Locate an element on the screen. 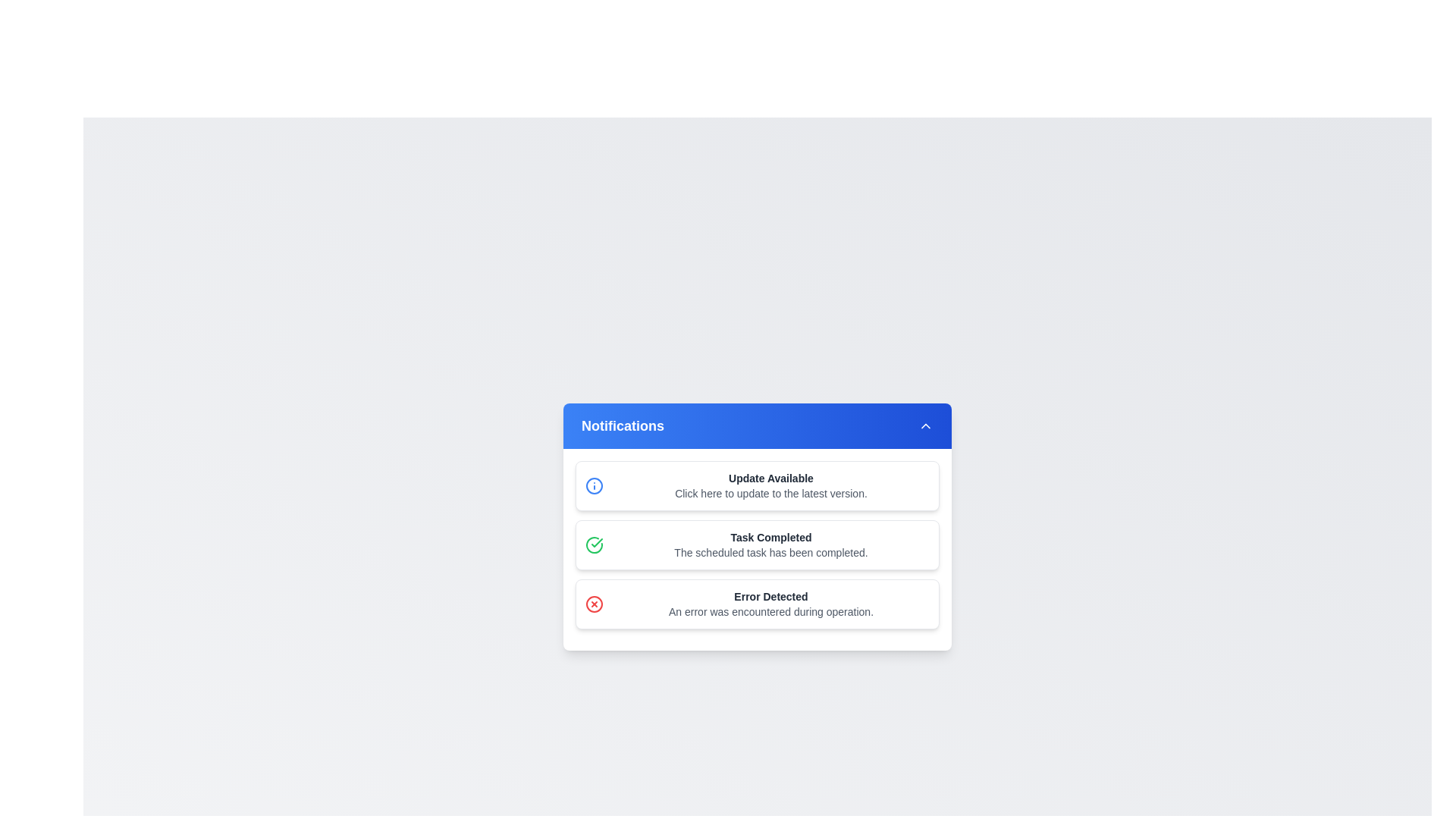 This screenshot has height=819, width=1456. the error status icon located in the notification card that reads 'Error Detected - An error was encountered during operation.' This icon is positioned to the left of the text section, aligned with the top line of the label is located at coordinates (593, 604).